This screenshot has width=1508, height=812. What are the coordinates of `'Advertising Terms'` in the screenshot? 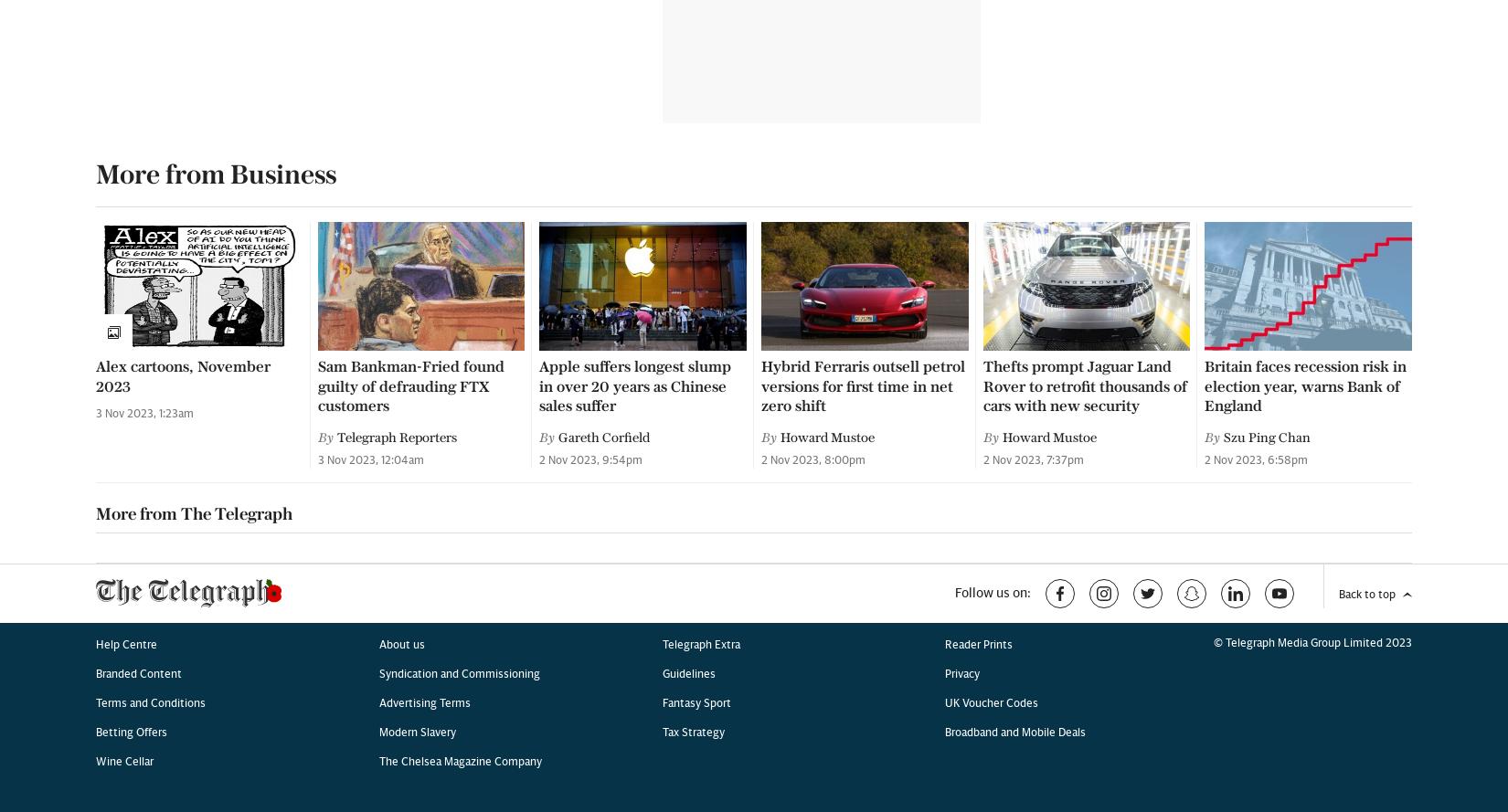 It's located at (377, 139).